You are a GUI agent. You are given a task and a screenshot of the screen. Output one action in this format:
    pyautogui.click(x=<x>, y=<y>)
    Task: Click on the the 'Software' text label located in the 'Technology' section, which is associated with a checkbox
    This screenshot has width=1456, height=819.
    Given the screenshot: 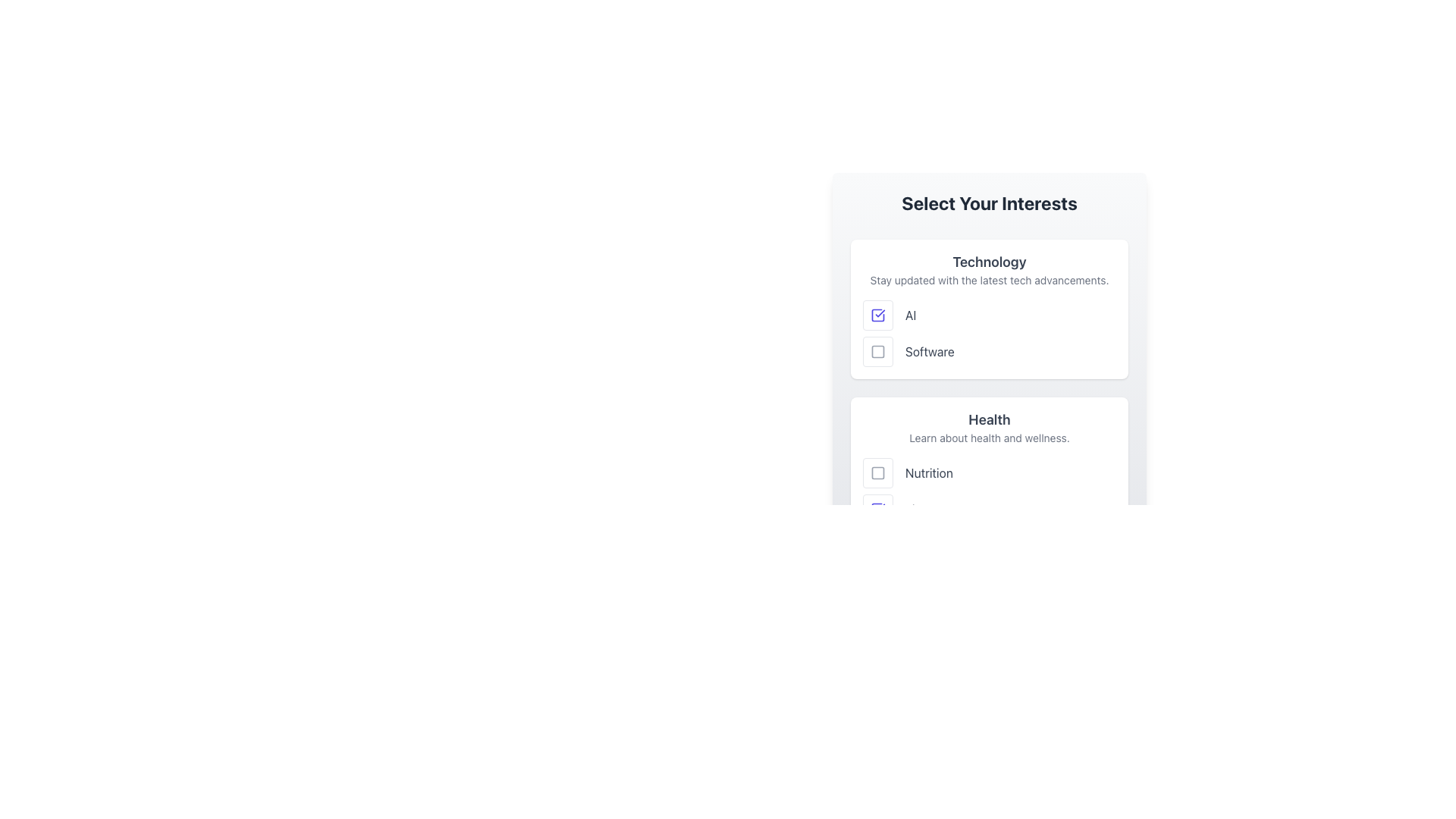 What is the action you would take?
    pyautogui.click(x=929, y=351)
    